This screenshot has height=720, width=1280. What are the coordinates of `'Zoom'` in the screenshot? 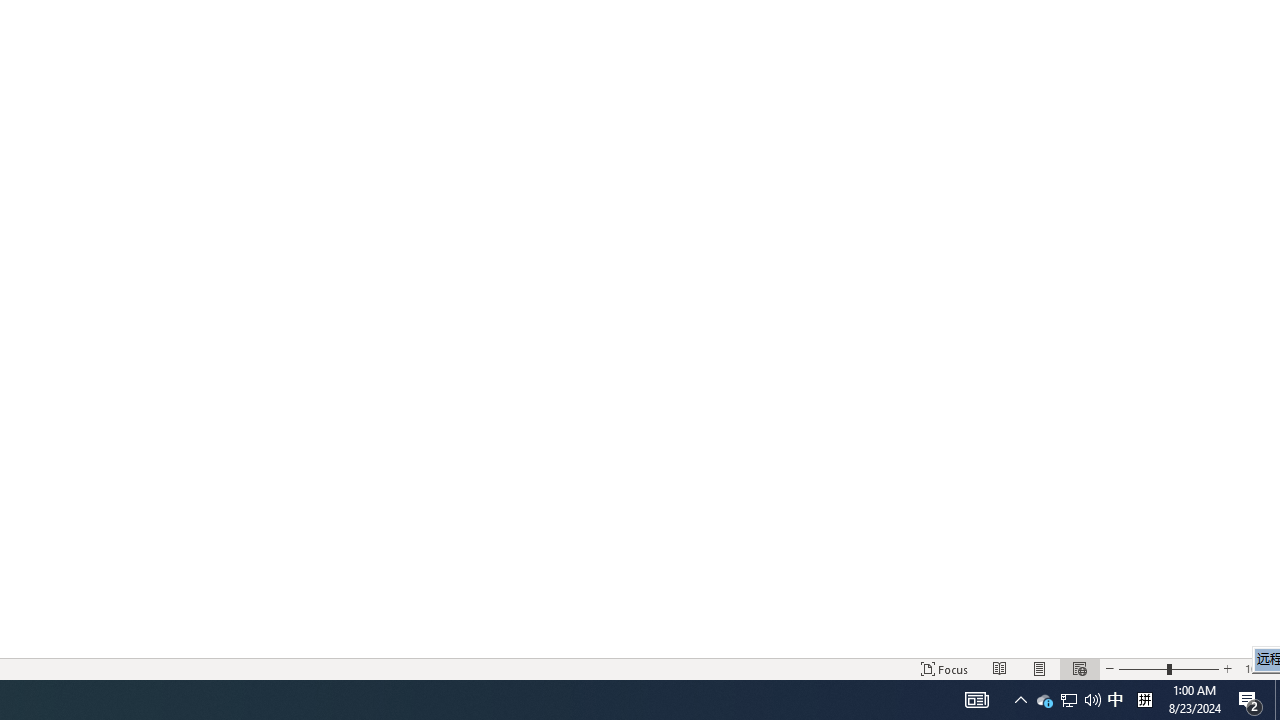 It's located at (1168, 669).